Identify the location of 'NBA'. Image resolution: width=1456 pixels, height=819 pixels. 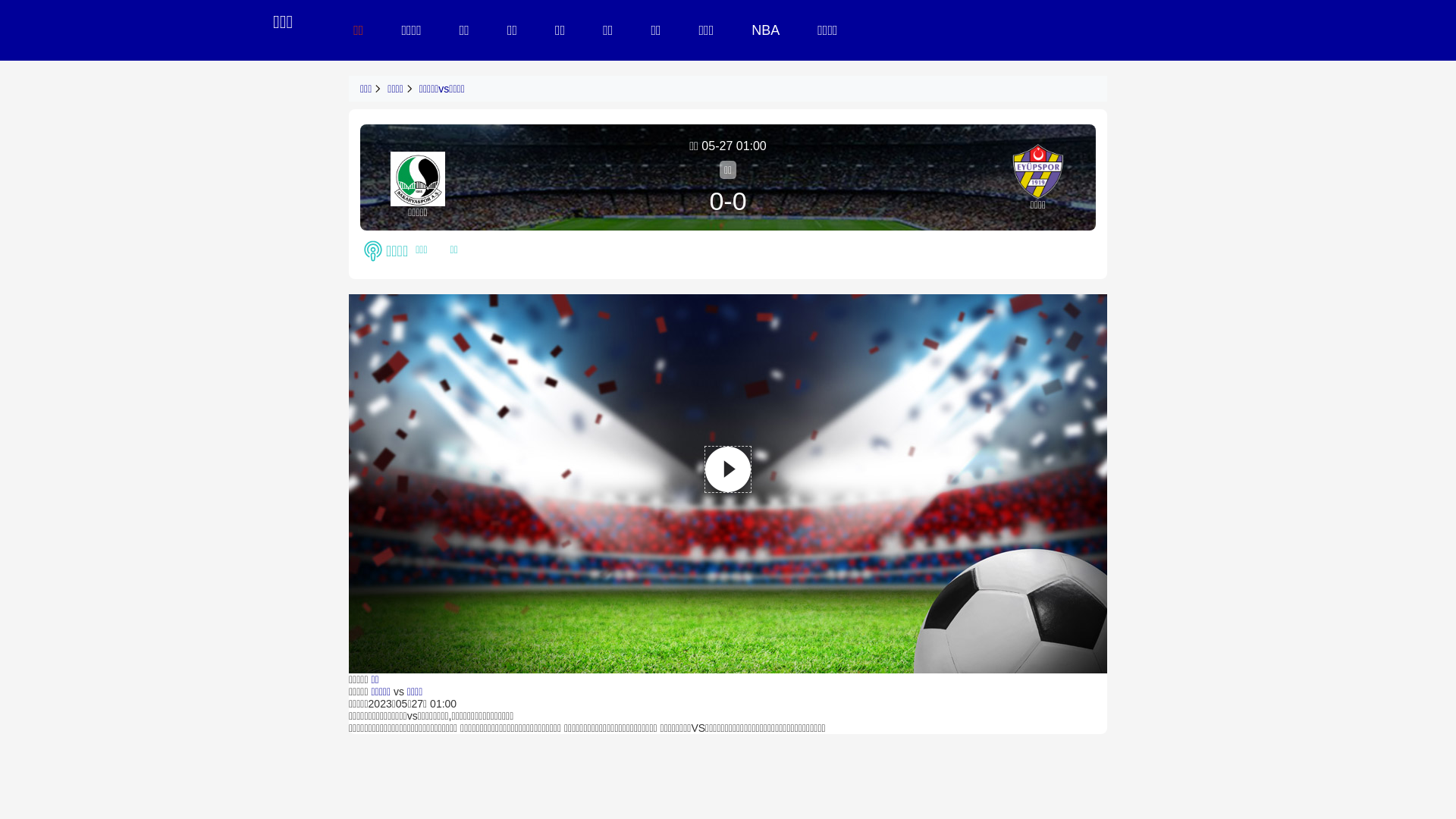
(765, 30).